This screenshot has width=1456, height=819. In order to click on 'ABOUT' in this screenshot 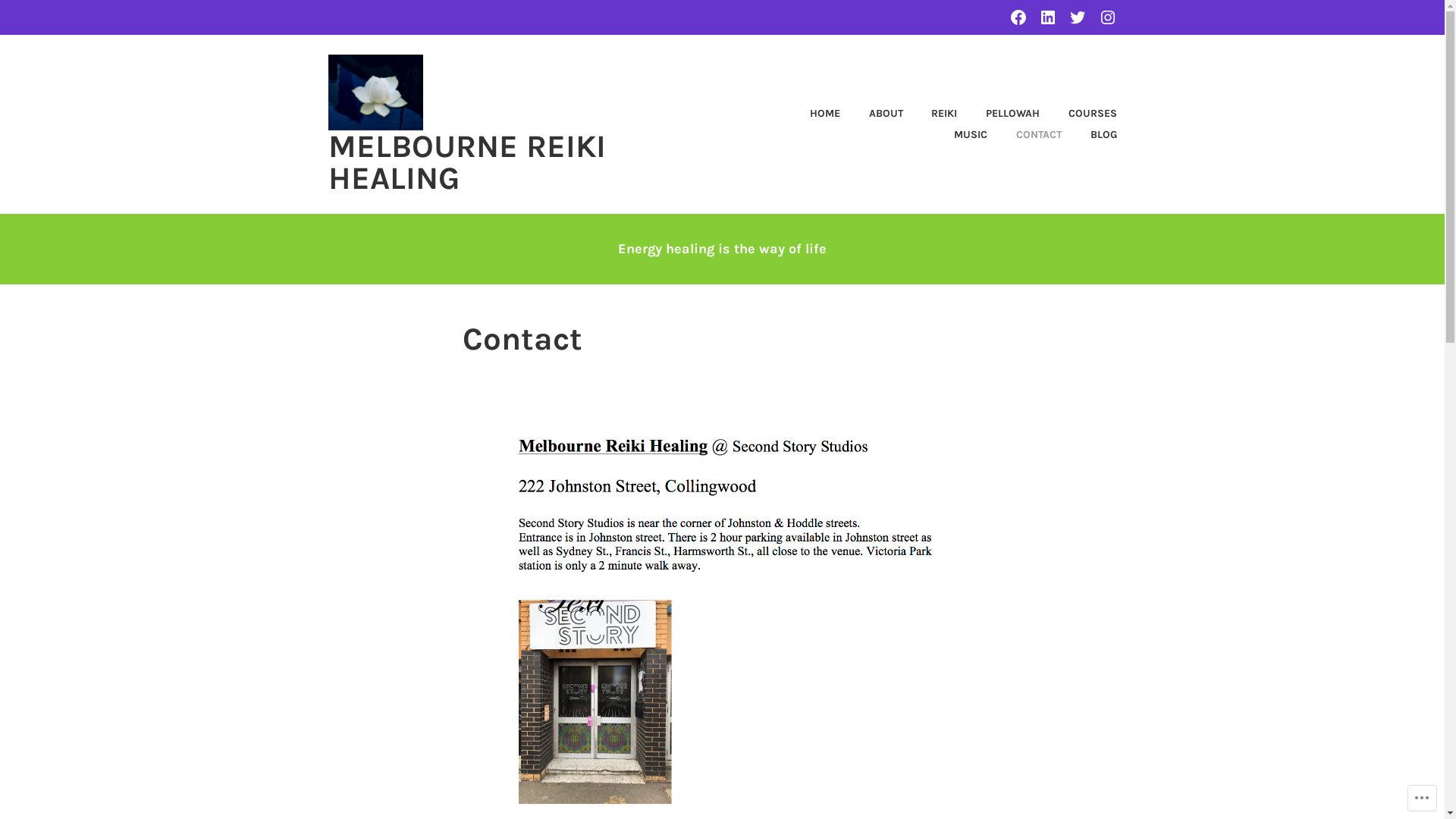, I will do `click(873, 113)`.